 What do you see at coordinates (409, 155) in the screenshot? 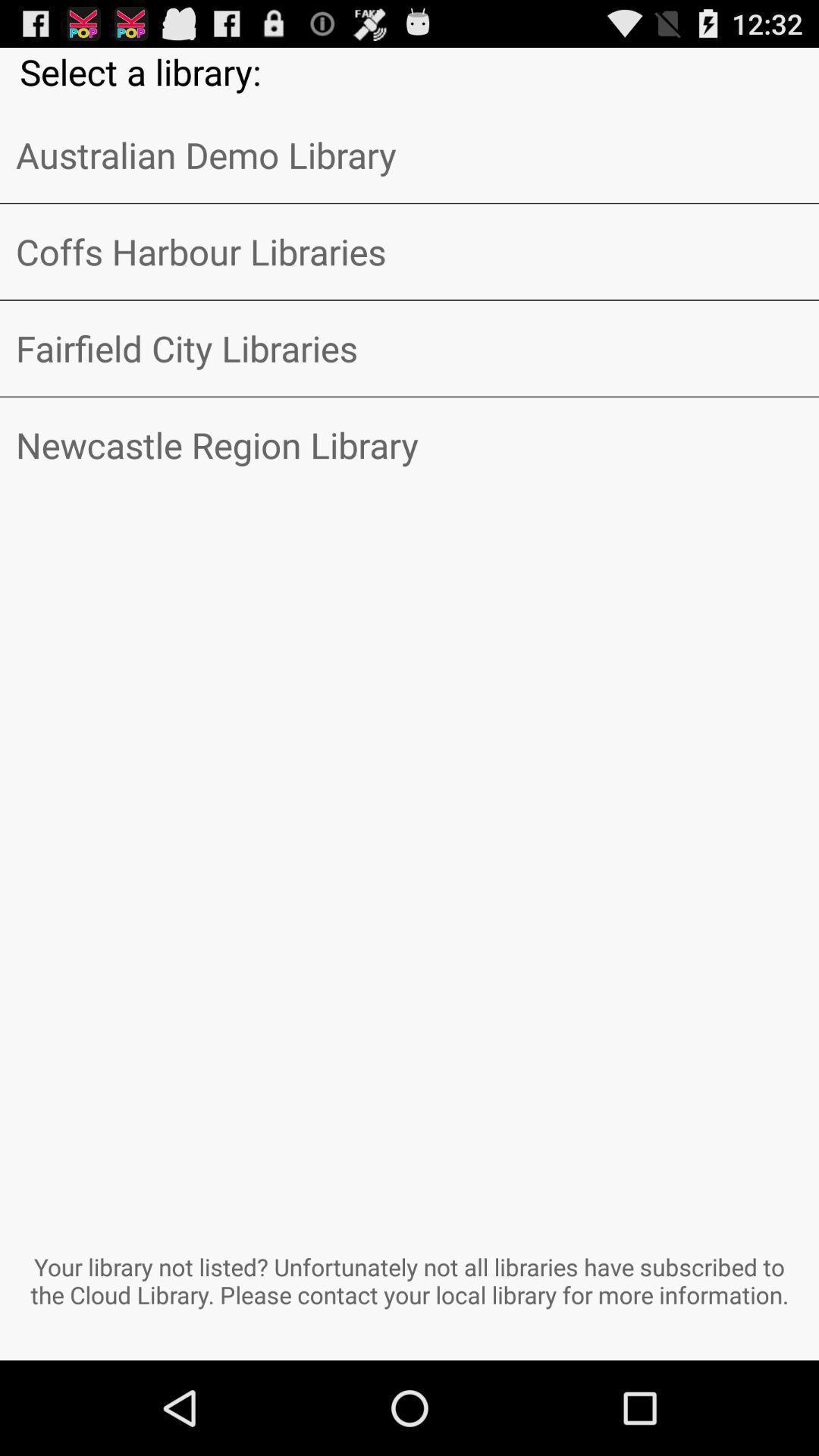
I see `icon below select a library: app` at bounding box center [409, 155].